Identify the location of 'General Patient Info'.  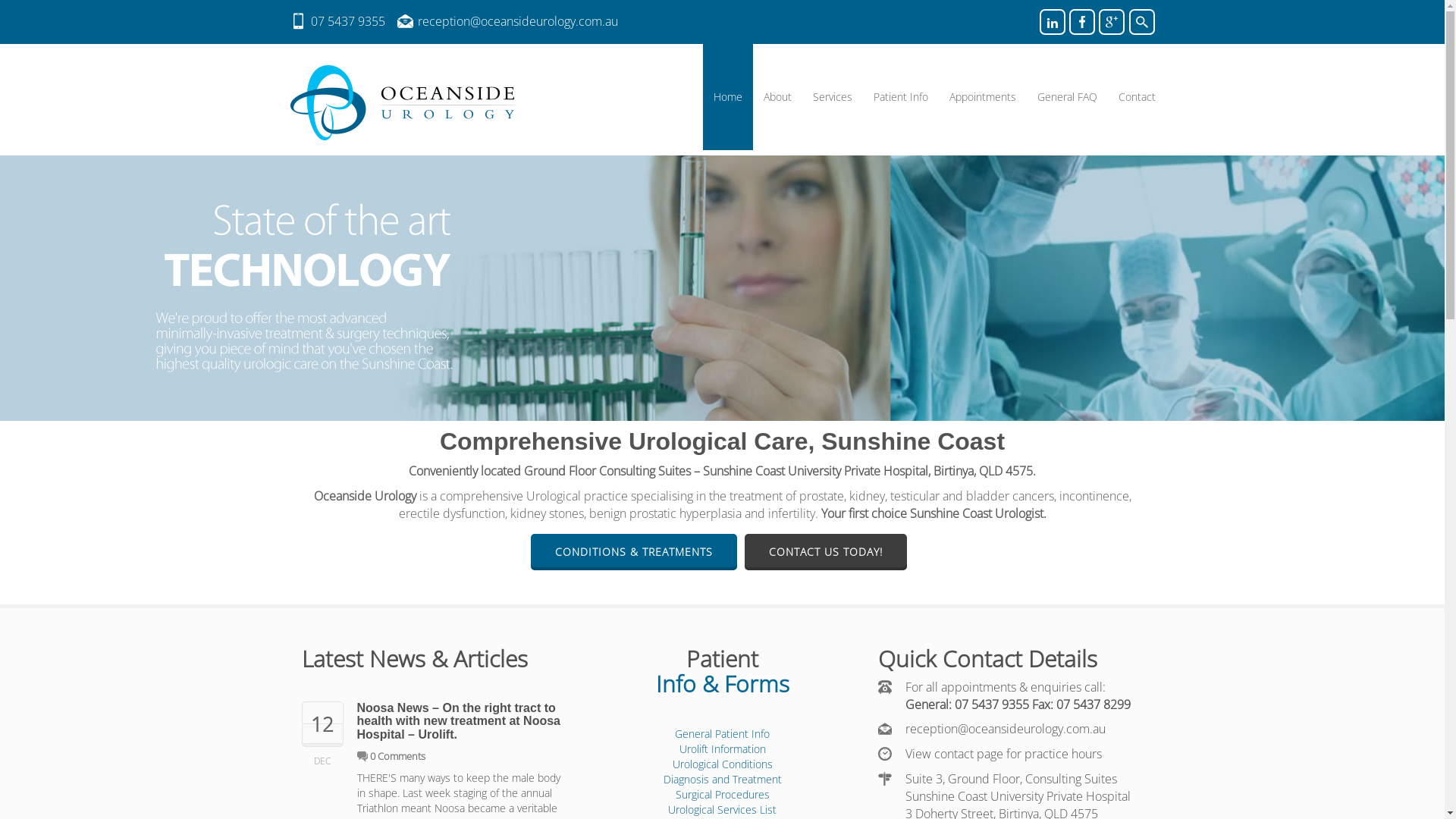
(721, 733).